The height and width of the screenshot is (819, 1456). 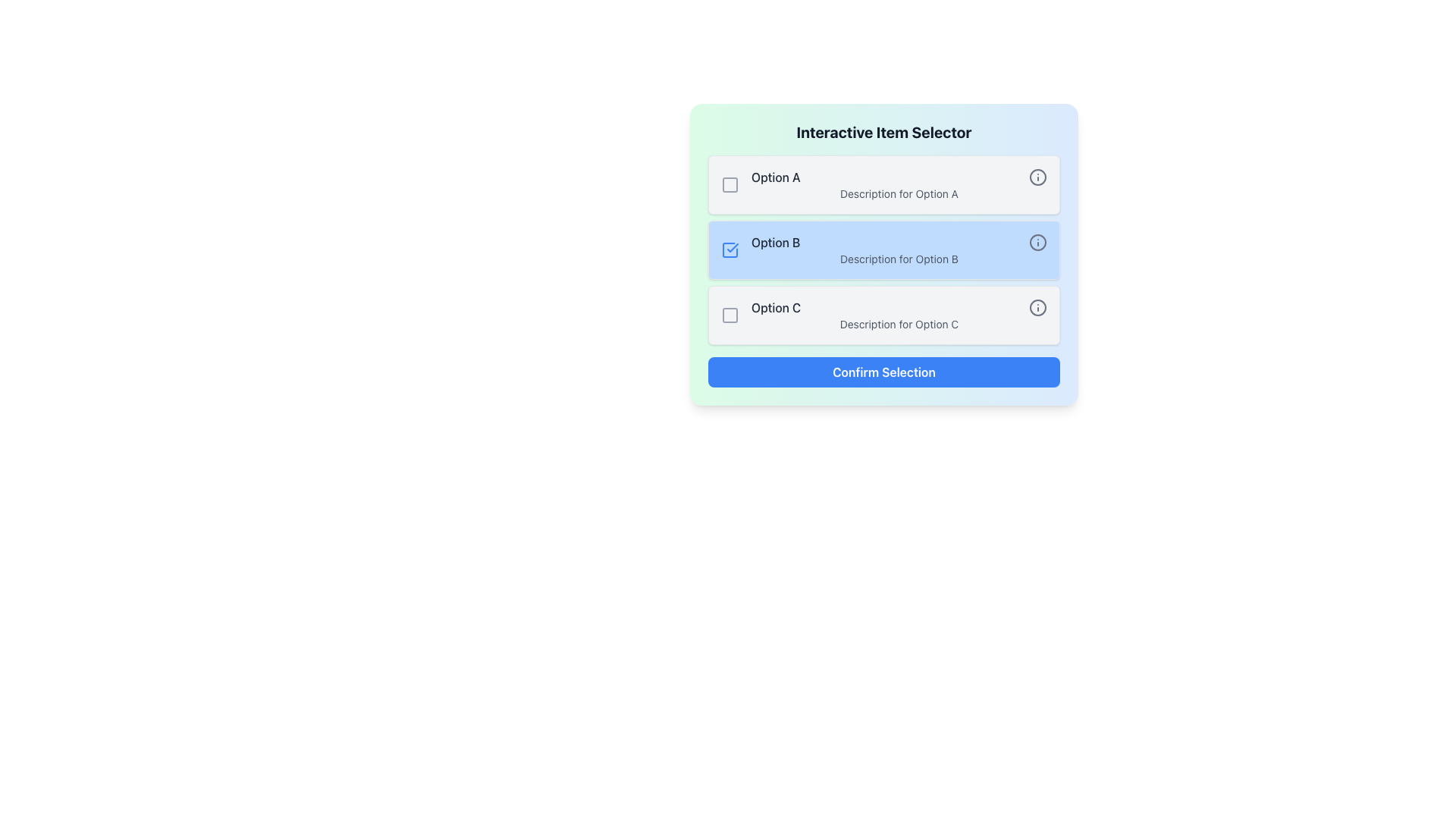 What do you see at coordinates (1037, 177) in the screenshot?
I see `the gray circular outline within the SVG icon located in the far-right section of the 'Option A' row in the 'Interactive Item Selector'` at bounding box center [1037, 177].